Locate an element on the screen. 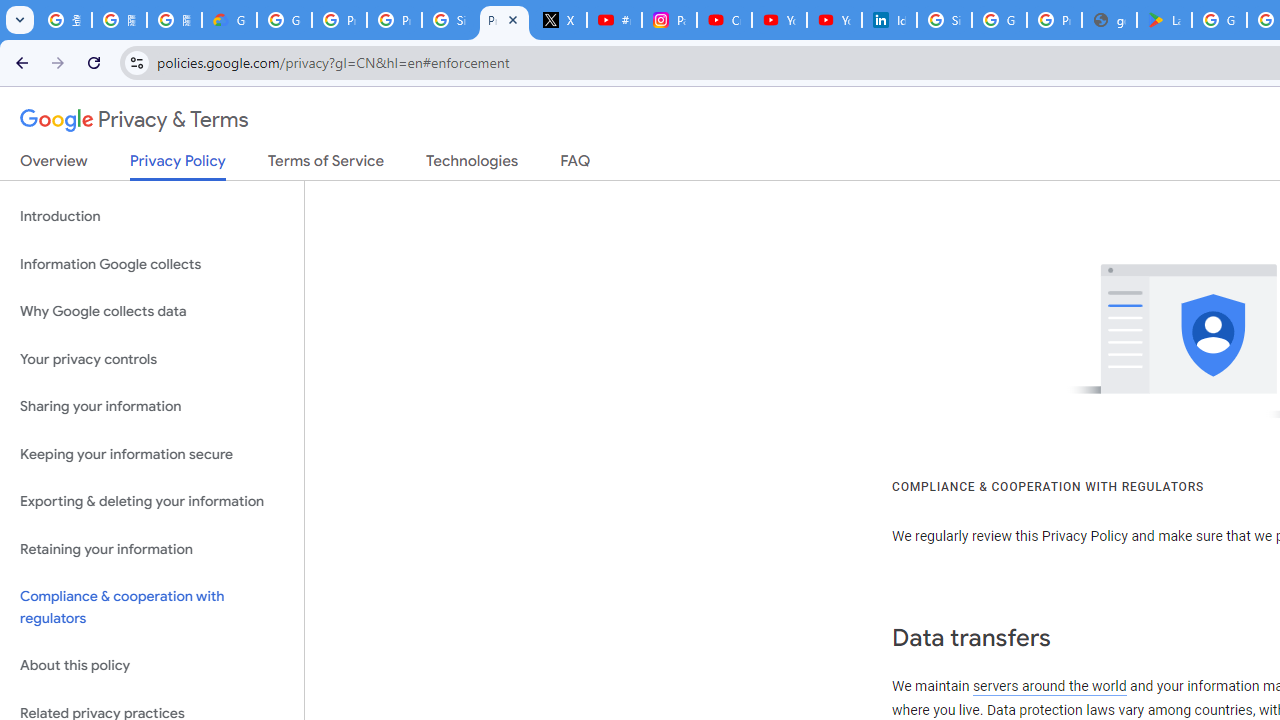  'YouTube Culture & Trends - YouTube Top 10, 2021' is located at coordinates (833, 20).